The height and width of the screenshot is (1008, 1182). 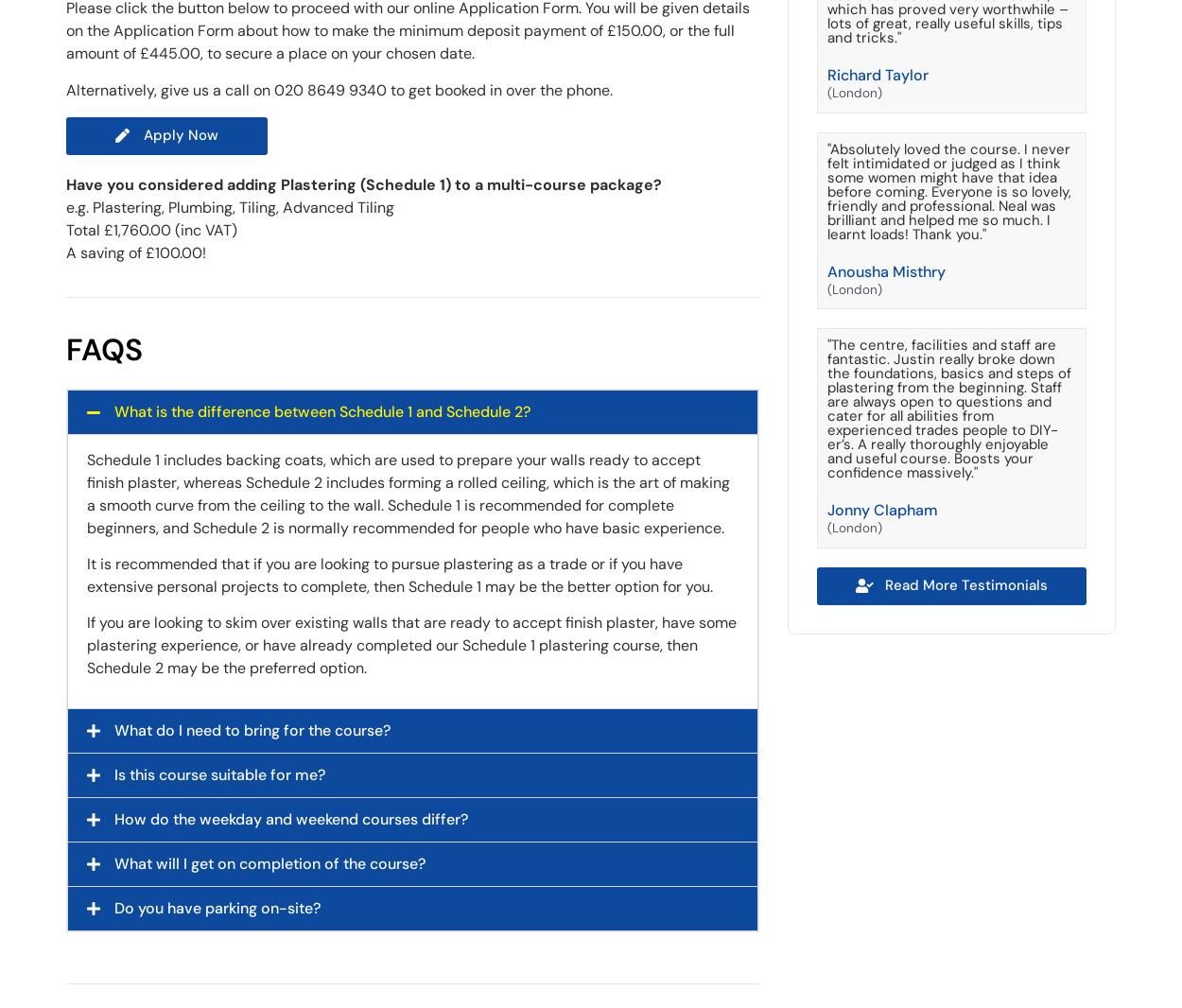 I want to click on 'What will I get on completion of the course?', so click(x=269, y=862).